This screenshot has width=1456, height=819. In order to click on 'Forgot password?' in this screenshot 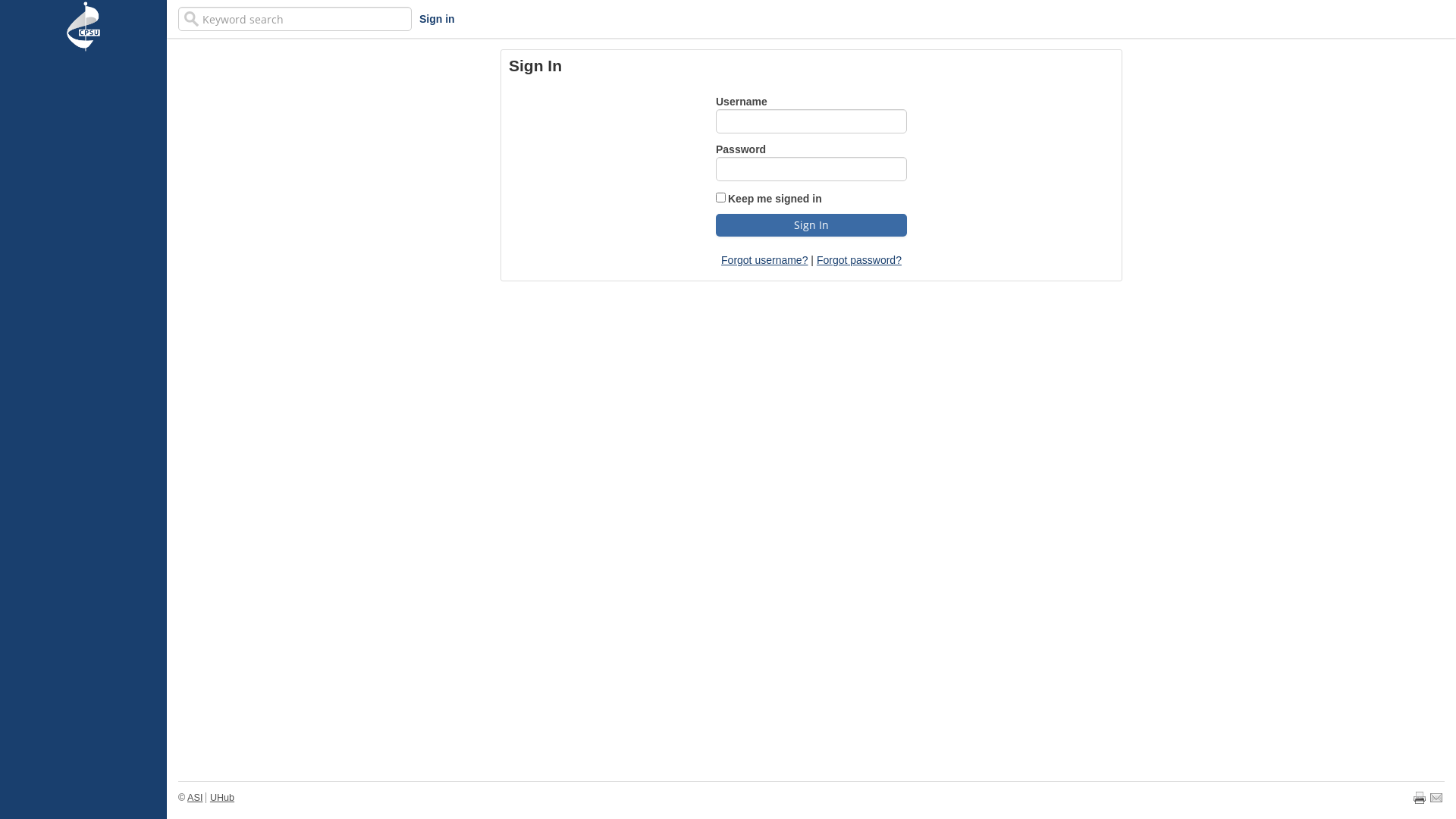, I will do `click(815, 259)`.